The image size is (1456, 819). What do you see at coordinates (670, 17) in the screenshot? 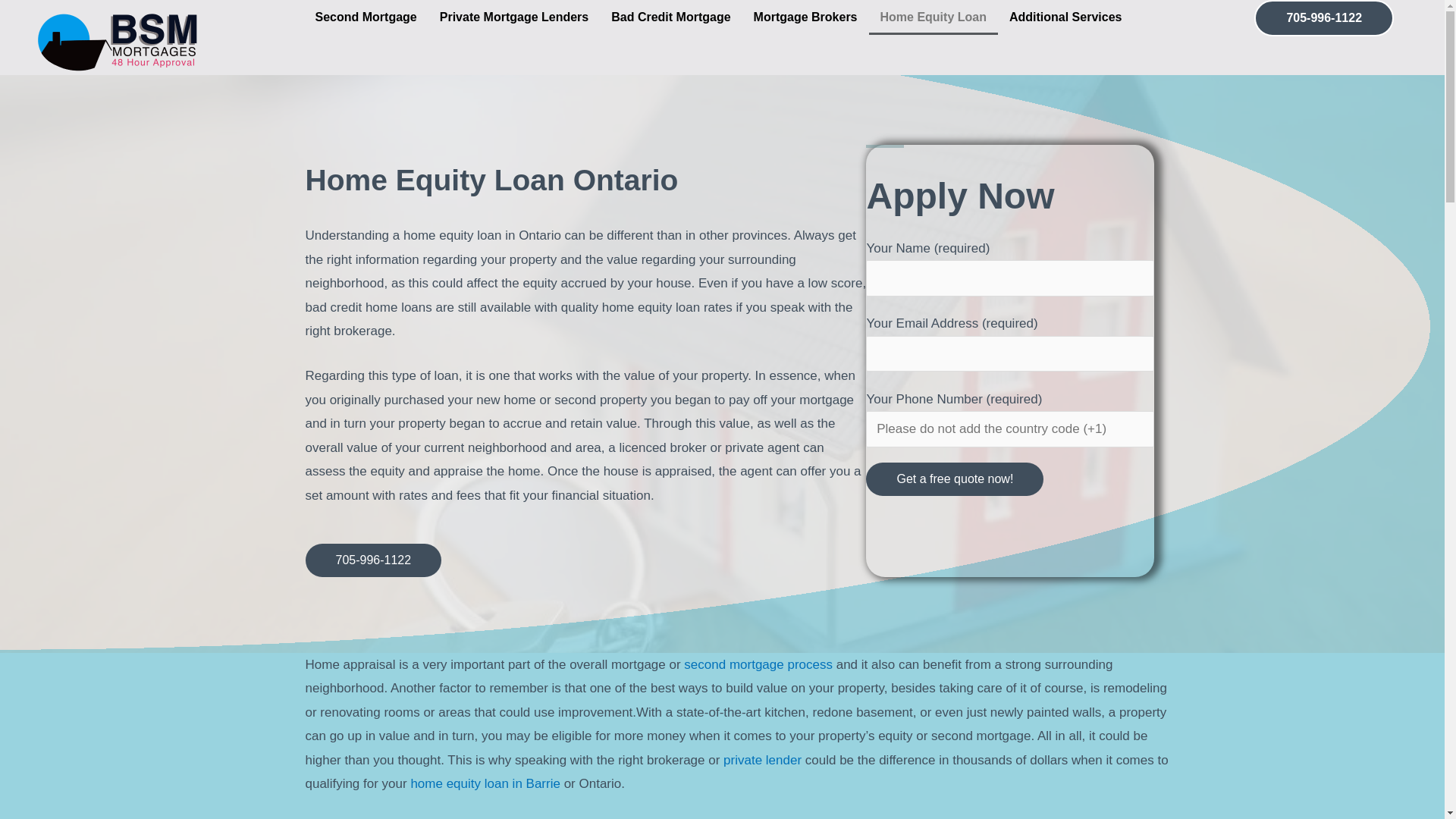
I see `'Bad Credit Mortgage'` at bounding box center [670, 17].